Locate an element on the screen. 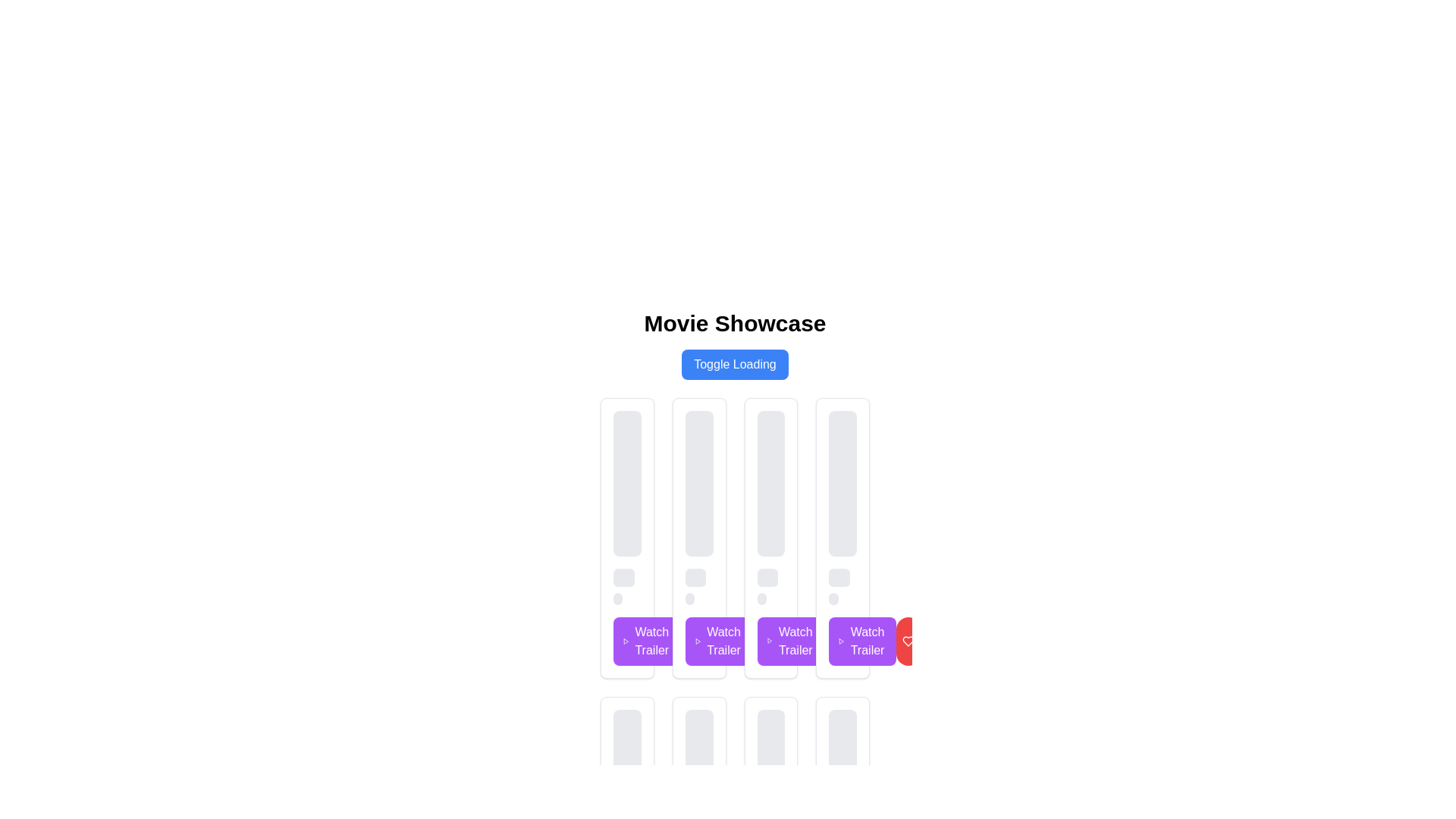  the share icon, which is a small icon resembling interconnected nodes, located at the center of a blue circular button aligned to the right of the 'Watch Trailer' purple button is located at coordinates (867, 641).